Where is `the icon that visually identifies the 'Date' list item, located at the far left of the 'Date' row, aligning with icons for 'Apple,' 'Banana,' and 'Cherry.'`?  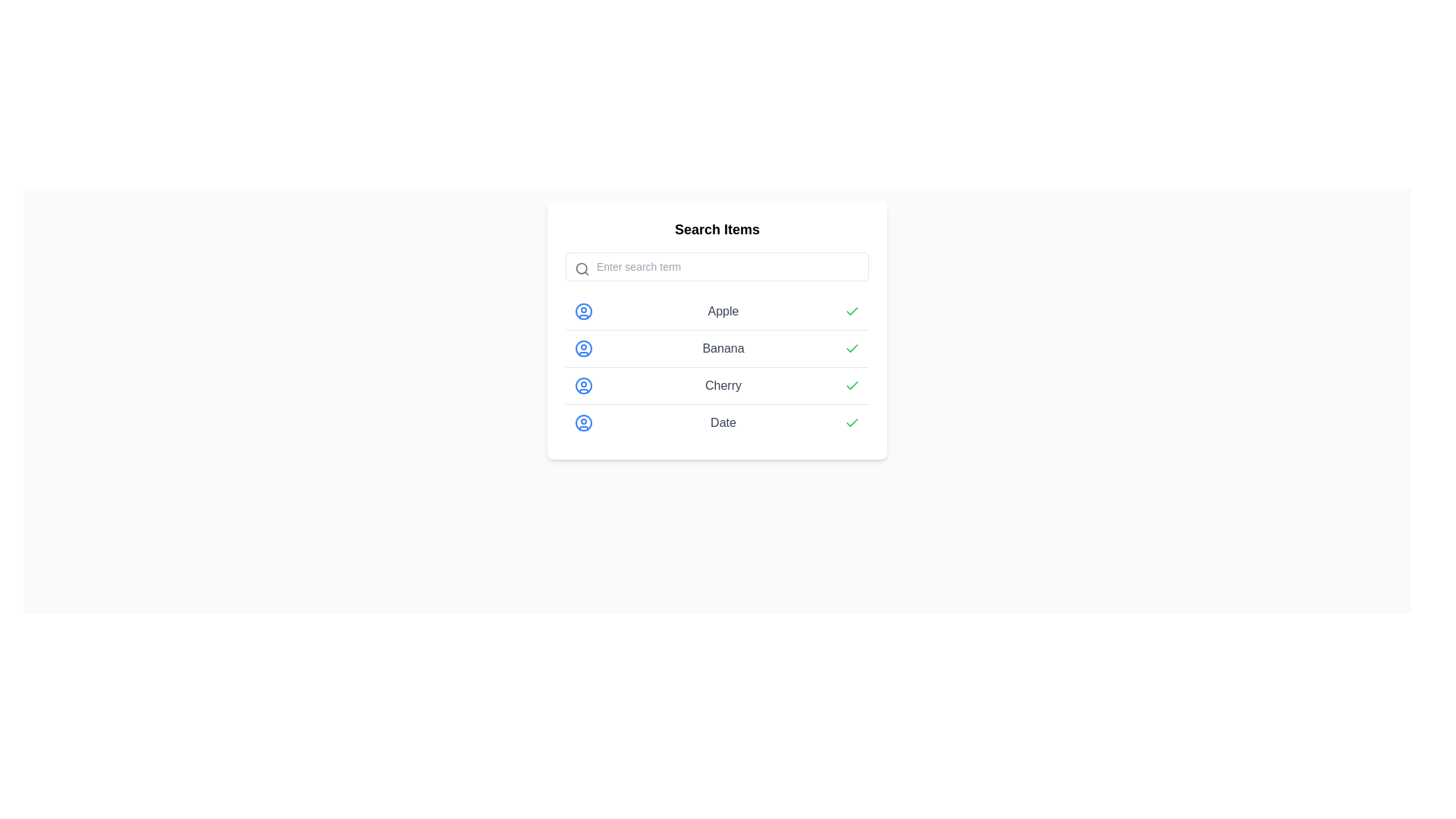
the icon that visually identifies the 'Date' list item, located at the far left of the 'Date' row, aligning with icons for 'Apple,' 'Banana,' and 'Cherry.' is located at coordinates (582, 423).